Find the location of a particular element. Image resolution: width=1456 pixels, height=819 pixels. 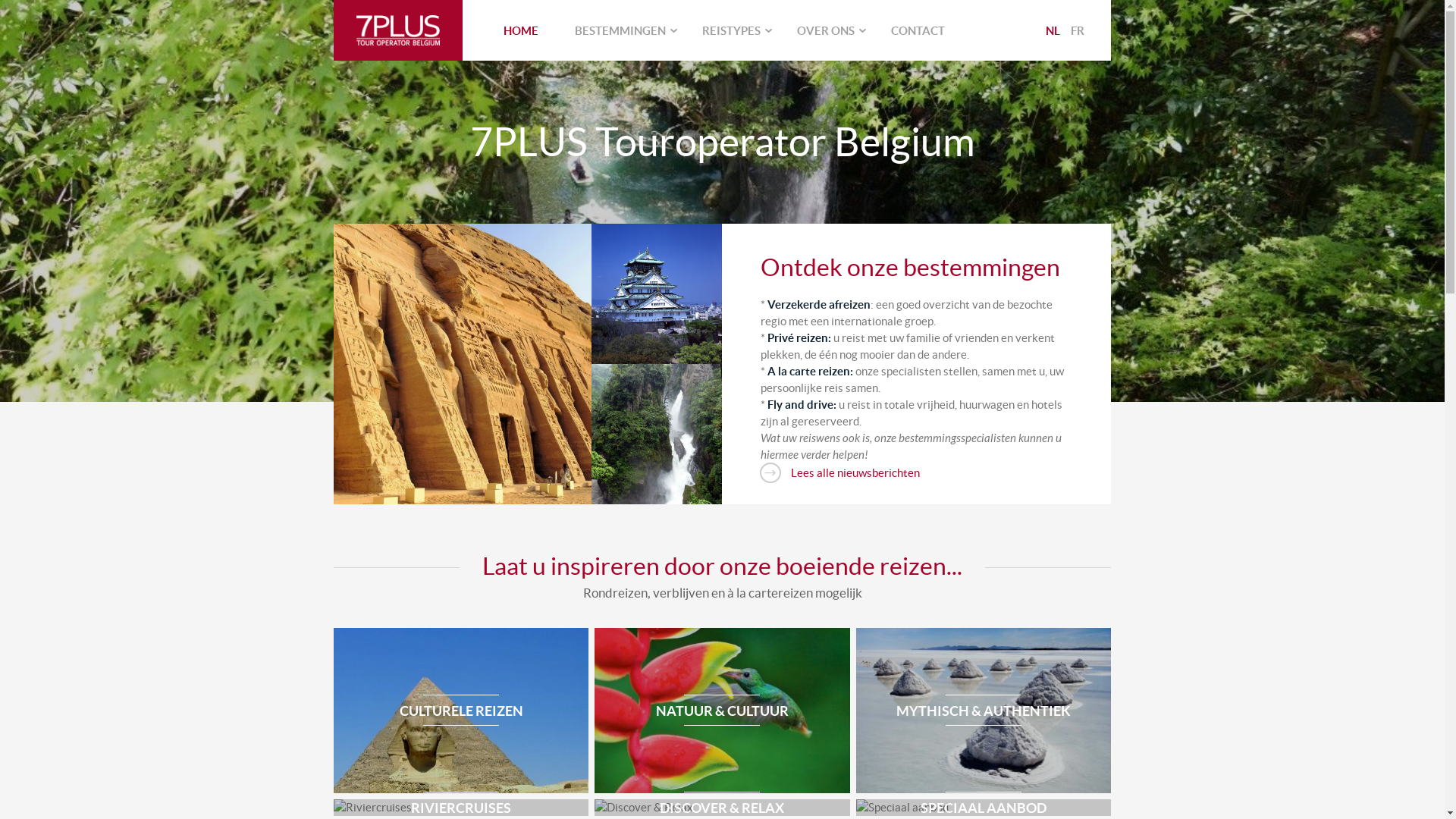

'Lees alle nieuwsberichten' is located at coordinates (839, 472).